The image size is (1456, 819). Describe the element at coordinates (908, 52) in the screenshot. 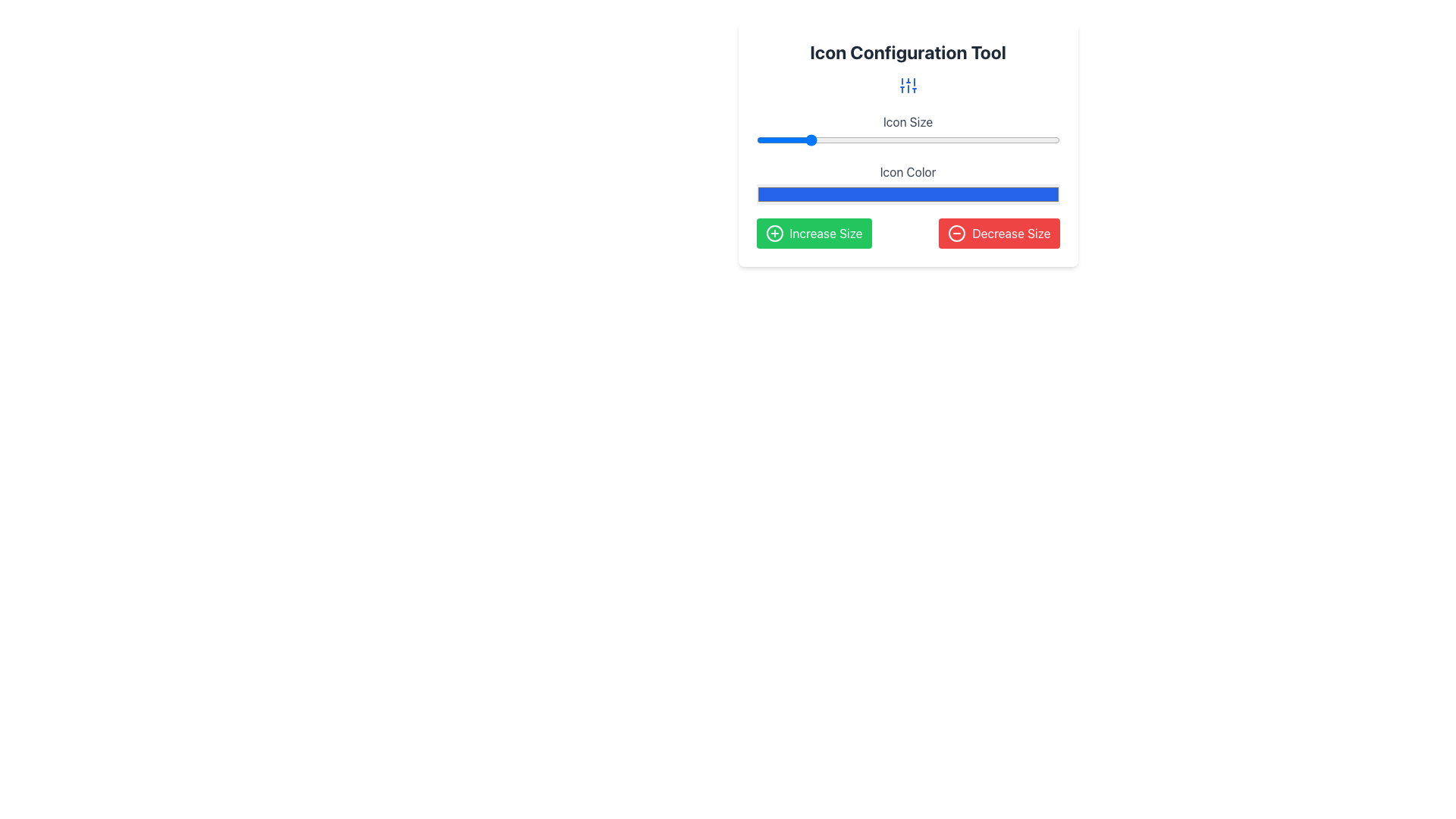

I see `the text label that reads 'Icon Configuration Tool', which is styled in a bold, large, dark gray font at the top of a white rectangular card` at that location.